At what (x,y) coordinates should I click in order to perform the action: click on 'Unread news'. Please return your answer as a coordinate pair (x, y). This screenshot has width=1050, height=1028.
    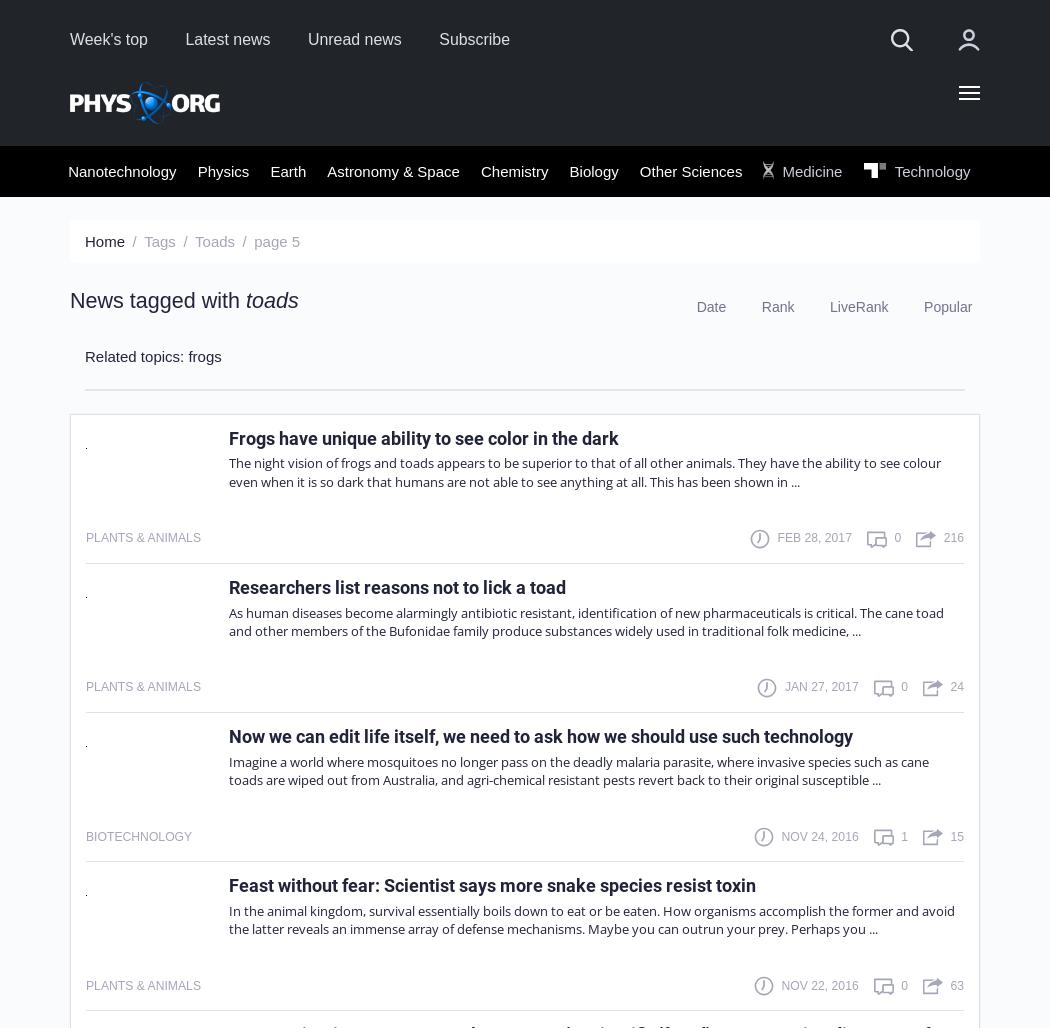
    Looking at the image, I should click on (307, 38).